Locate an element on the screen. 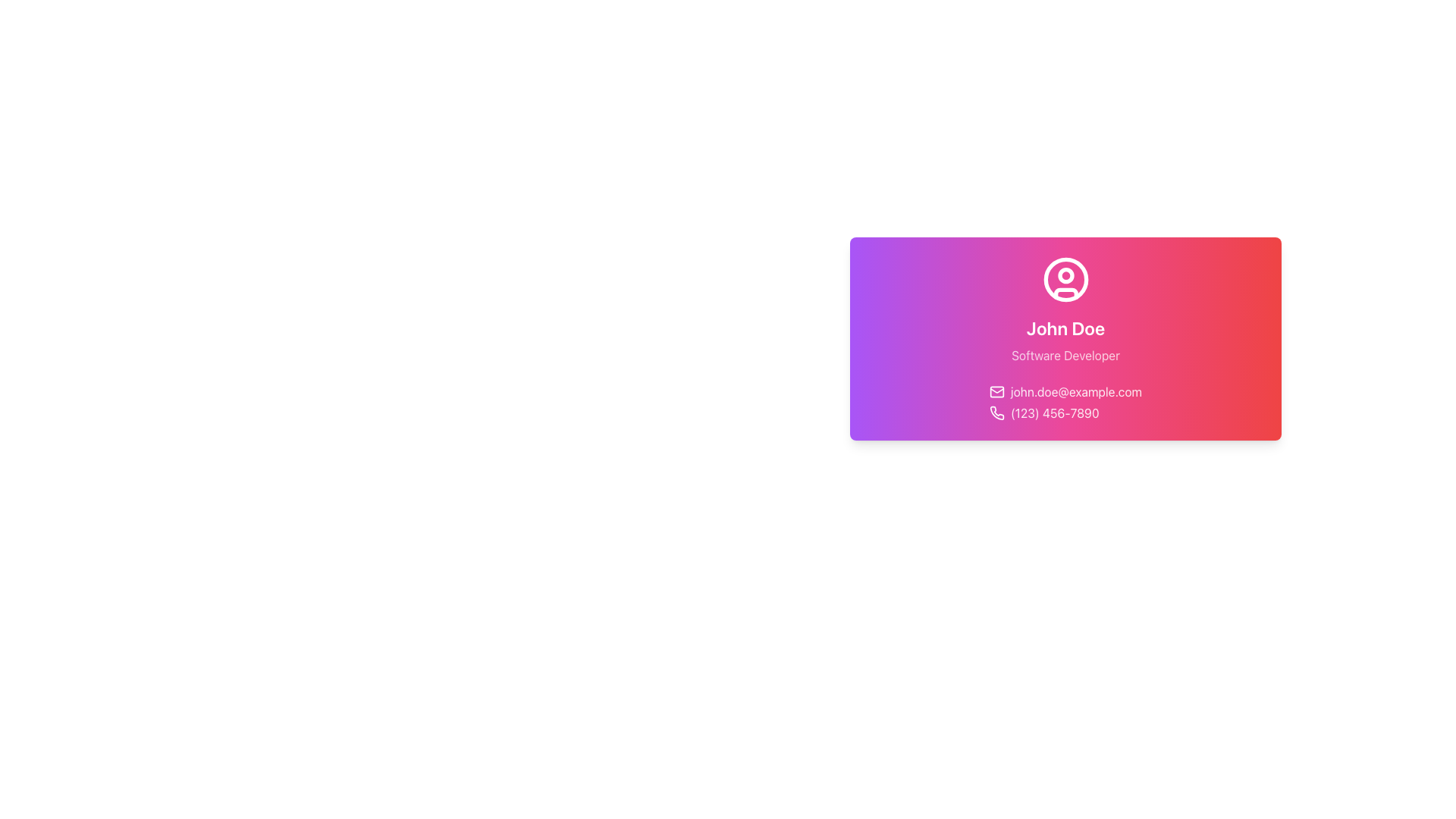  the pink rectangular shape that is the inner rectangle of the envelope icon, located to the left of the email address 'john.doe@example.com' is located at coordinates (997, 391).